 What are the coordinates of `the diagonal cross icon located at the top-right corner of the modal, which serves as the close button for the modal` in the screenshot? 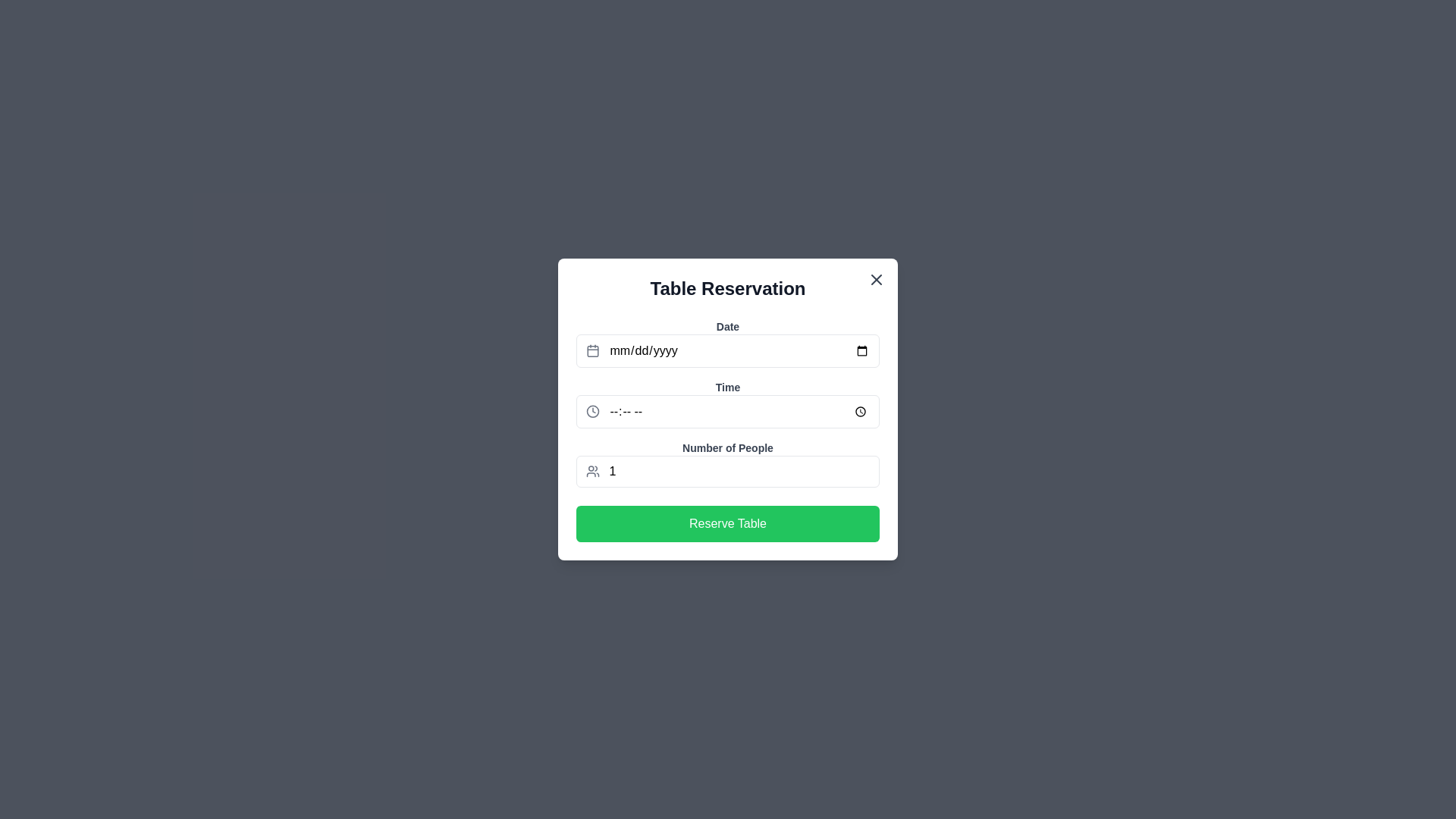 It's located at (877, 280).